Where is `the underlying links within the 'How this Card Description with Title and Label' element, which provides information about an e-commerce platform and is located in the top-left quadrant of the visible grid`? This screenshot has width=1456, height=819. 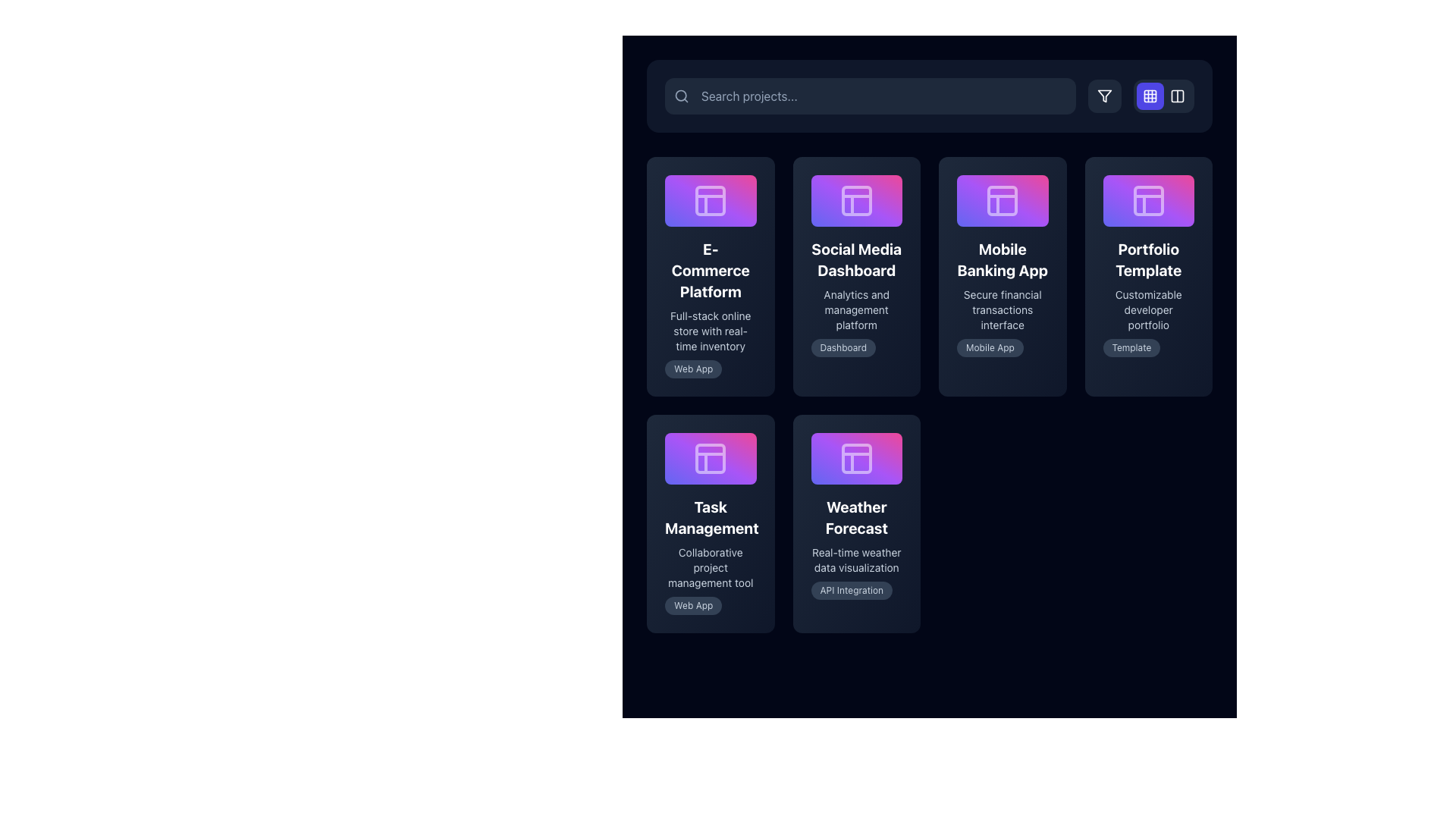 the underlying links within the 'How this Card Description with Title and Label' element, which provides information about an e-commerce platform and is located in the top-left quadrant of the visible grid is located at coordinates (710, 307).